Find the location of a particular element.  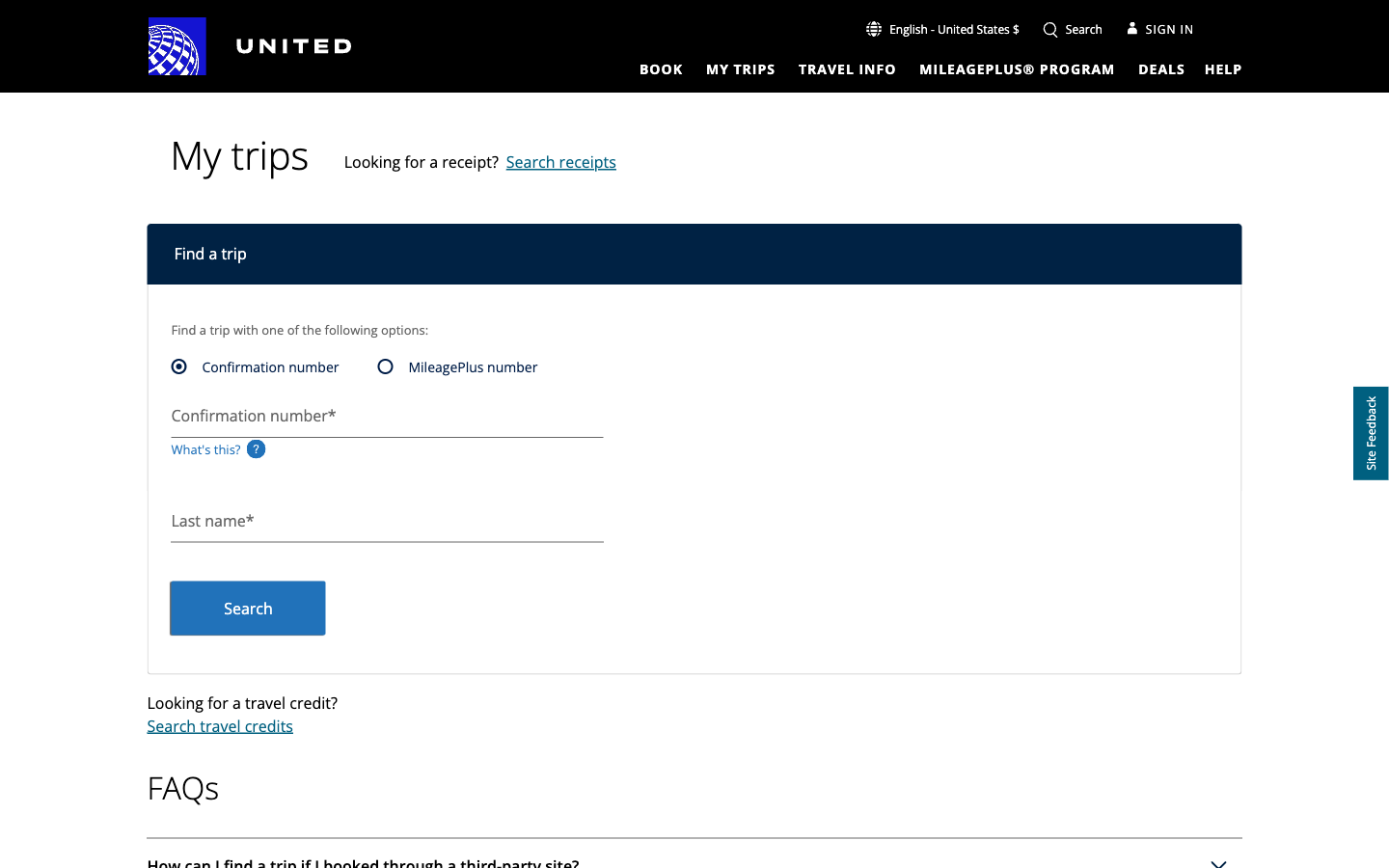

Redirect to the search travel credits is located at coordinates (219, 725).